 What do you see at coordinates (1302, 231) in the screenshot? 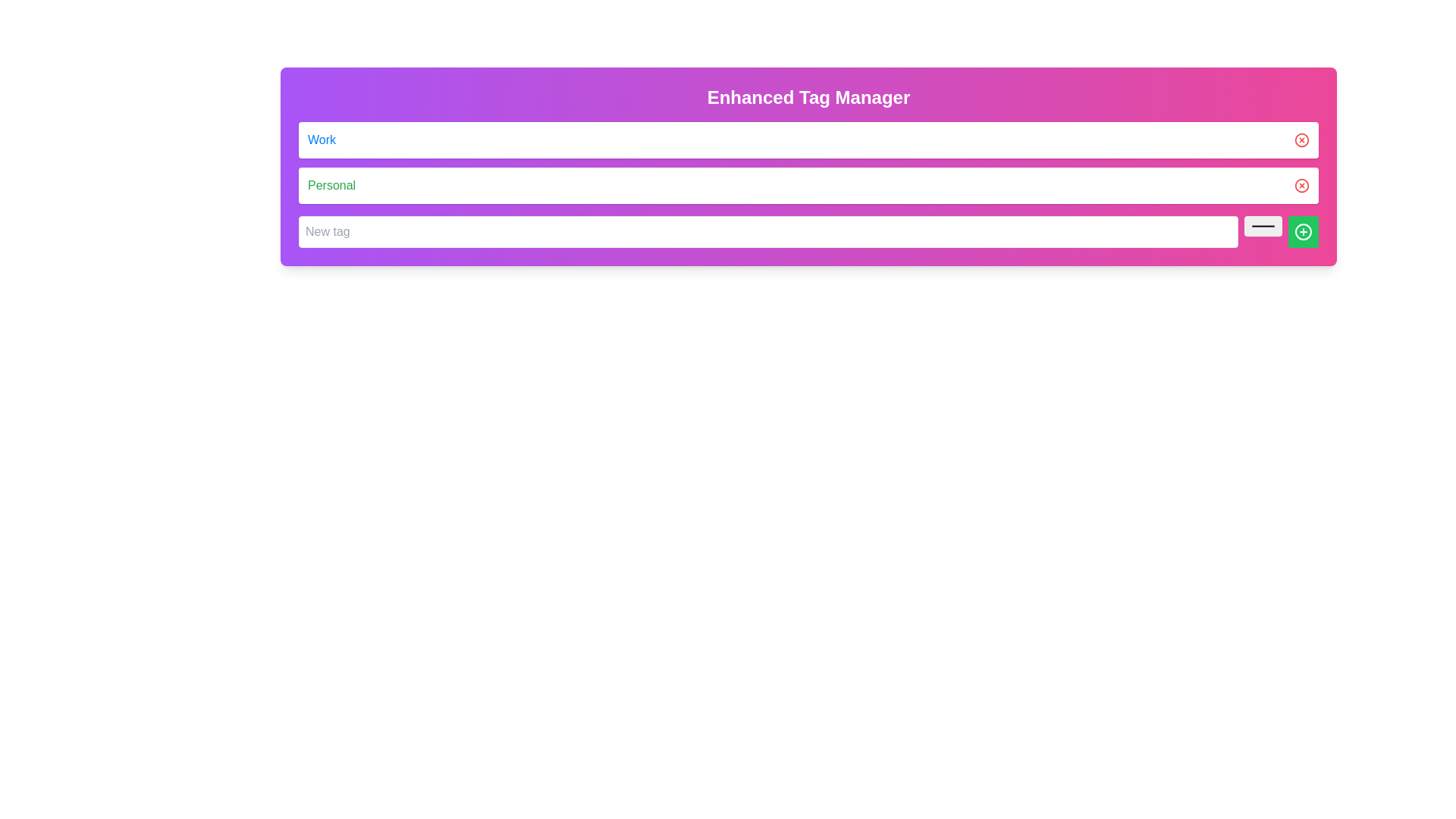
I see `the circular icon within the green square button located in the bottom-right corner of the main central widget, which is associated with adding or creating items` at bounding box center [1302, 231].